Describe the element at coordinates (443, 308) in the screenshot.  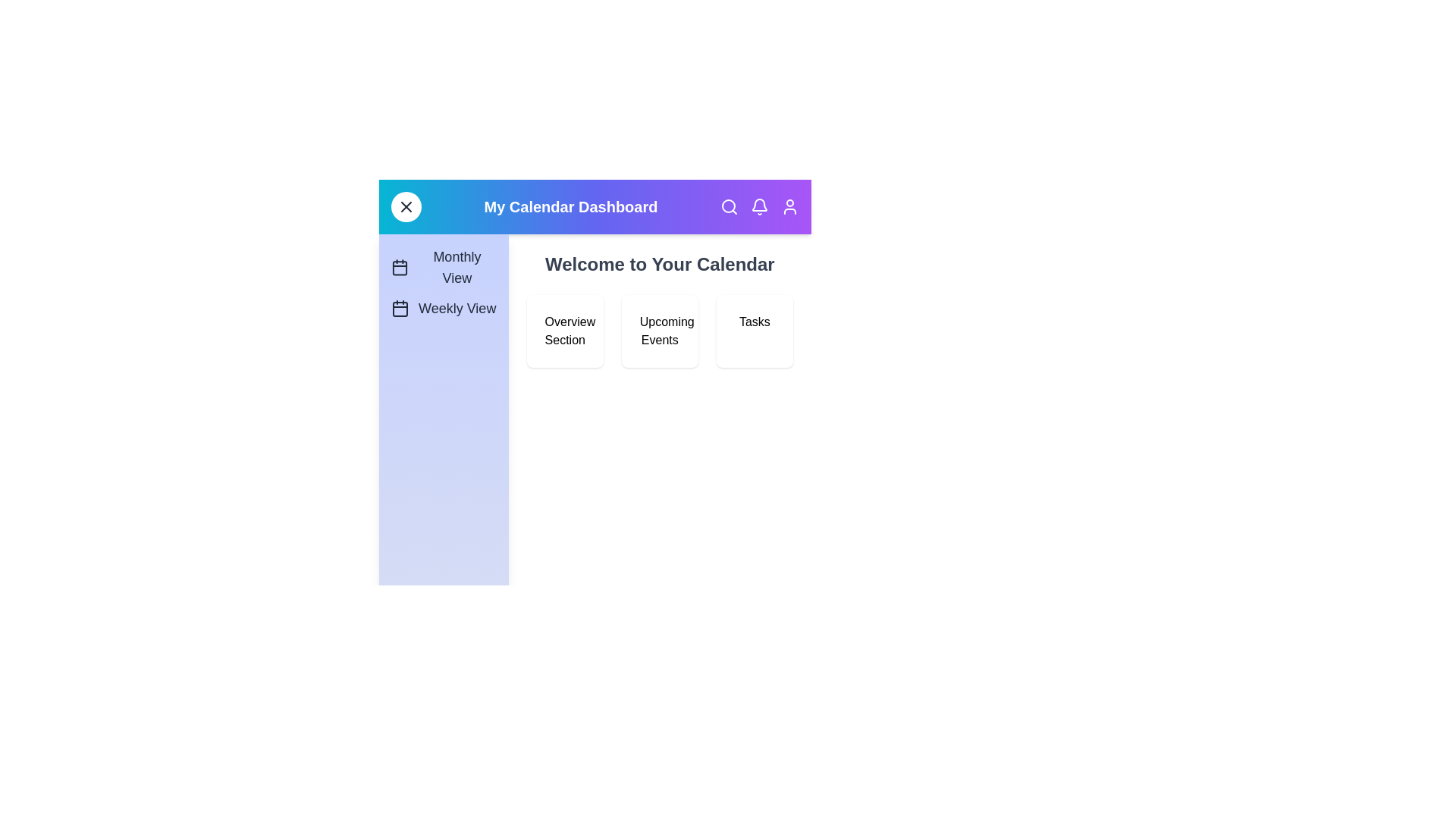
I see `the 'Weekly View' button in the left-side navigation column` at that location.